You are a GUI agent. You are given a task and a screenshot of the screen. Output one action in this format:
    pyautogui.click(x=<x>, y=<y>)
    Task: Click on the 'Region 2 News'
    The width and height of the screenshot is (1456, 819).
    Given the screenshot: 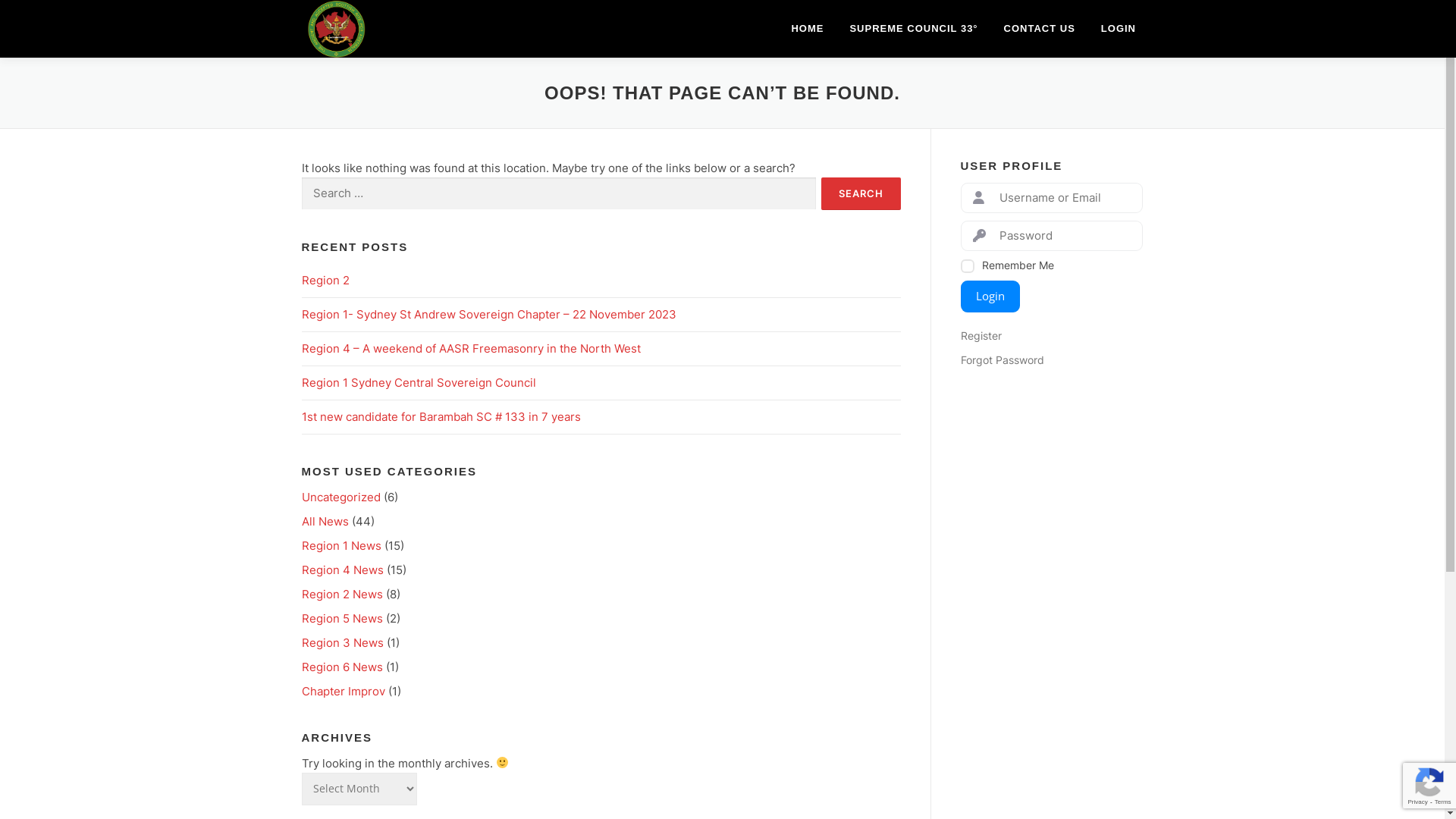 What is the action you would take?
    pyautogui.click(x=341, y=593)
    